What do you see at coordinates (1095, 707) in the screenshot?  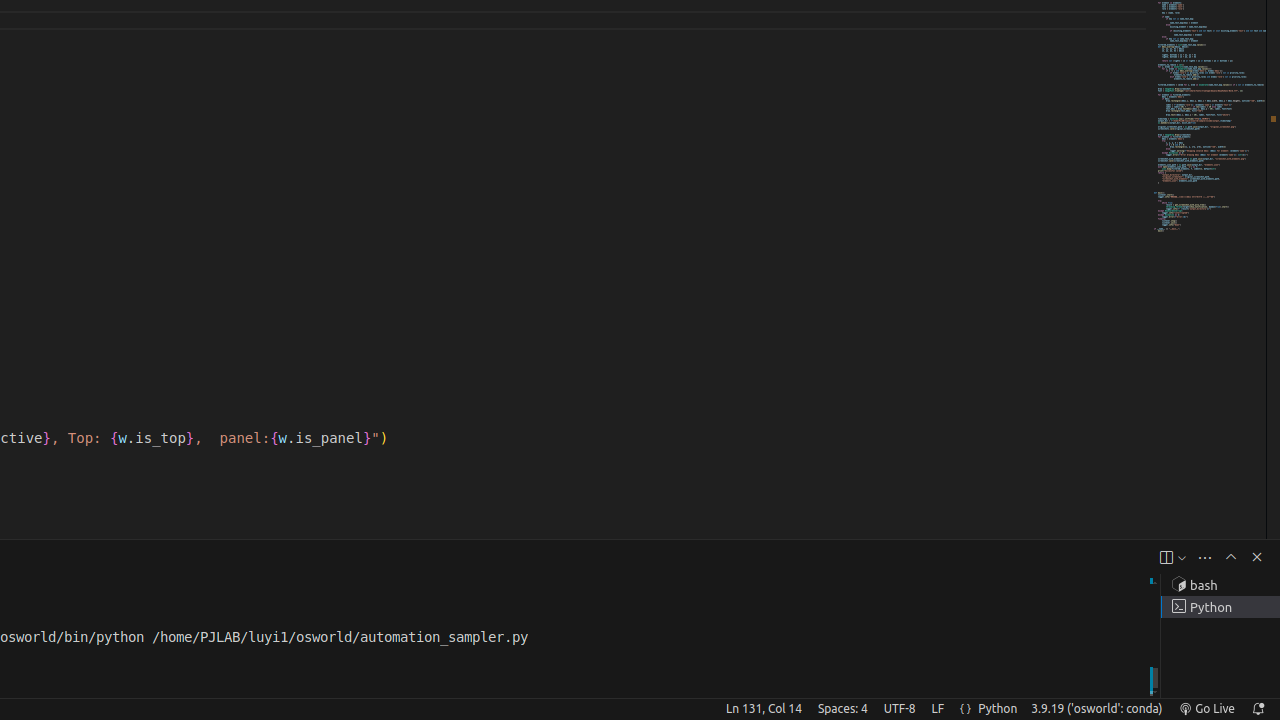 I see `'3.9.19 ('` at bounding box center [1095, 707].